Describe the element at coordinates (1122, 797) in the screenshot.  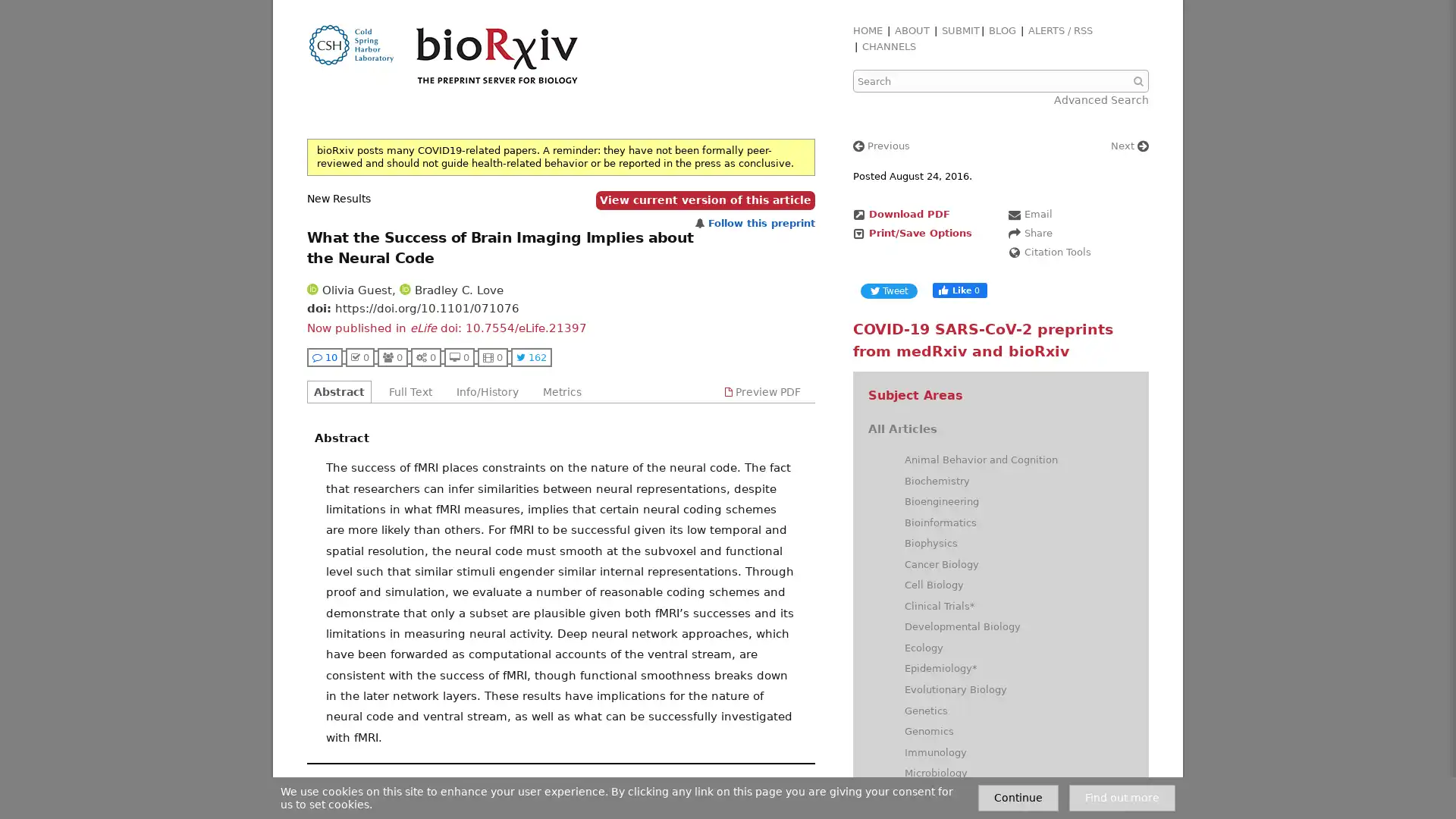
I see `Find out more` at that location.